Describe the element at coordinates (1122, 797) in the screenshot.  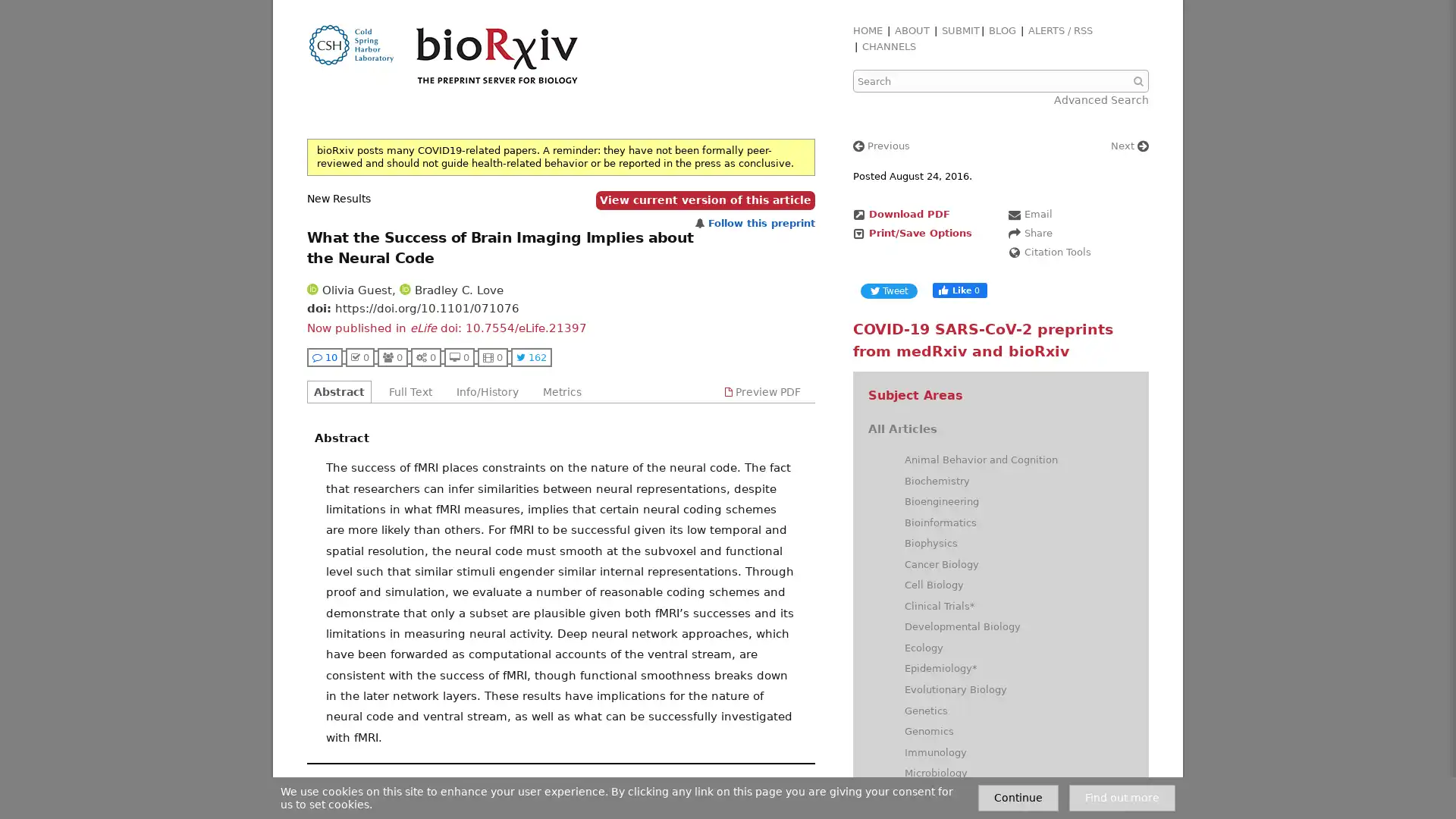
I see `Find out more` at that location.